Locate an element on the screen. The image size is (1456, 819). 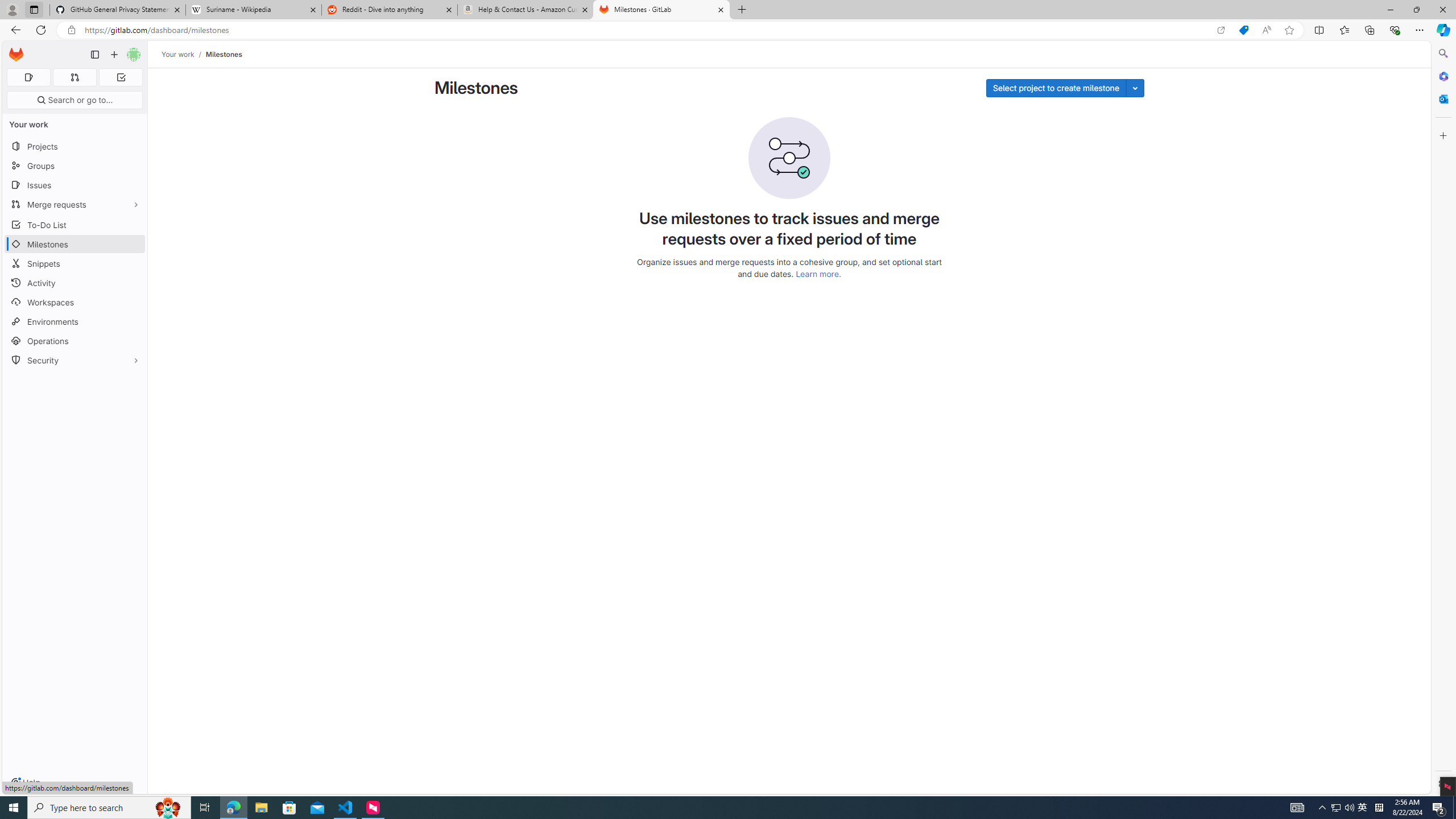
'Activity' is located at coordinates (74, 283).